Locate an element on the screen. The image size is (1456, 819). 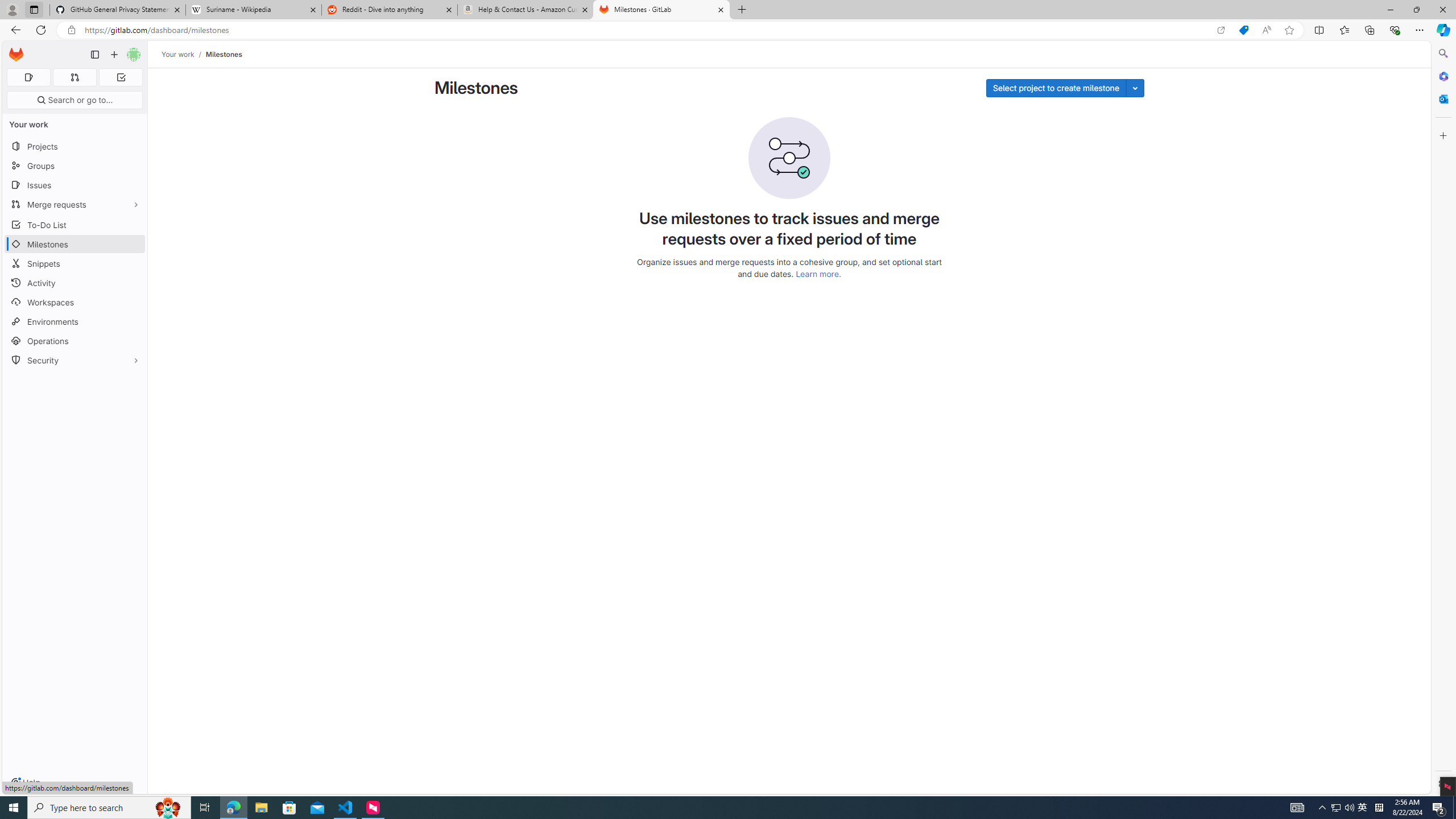
'Activity' is located at coordinates (74, 283).